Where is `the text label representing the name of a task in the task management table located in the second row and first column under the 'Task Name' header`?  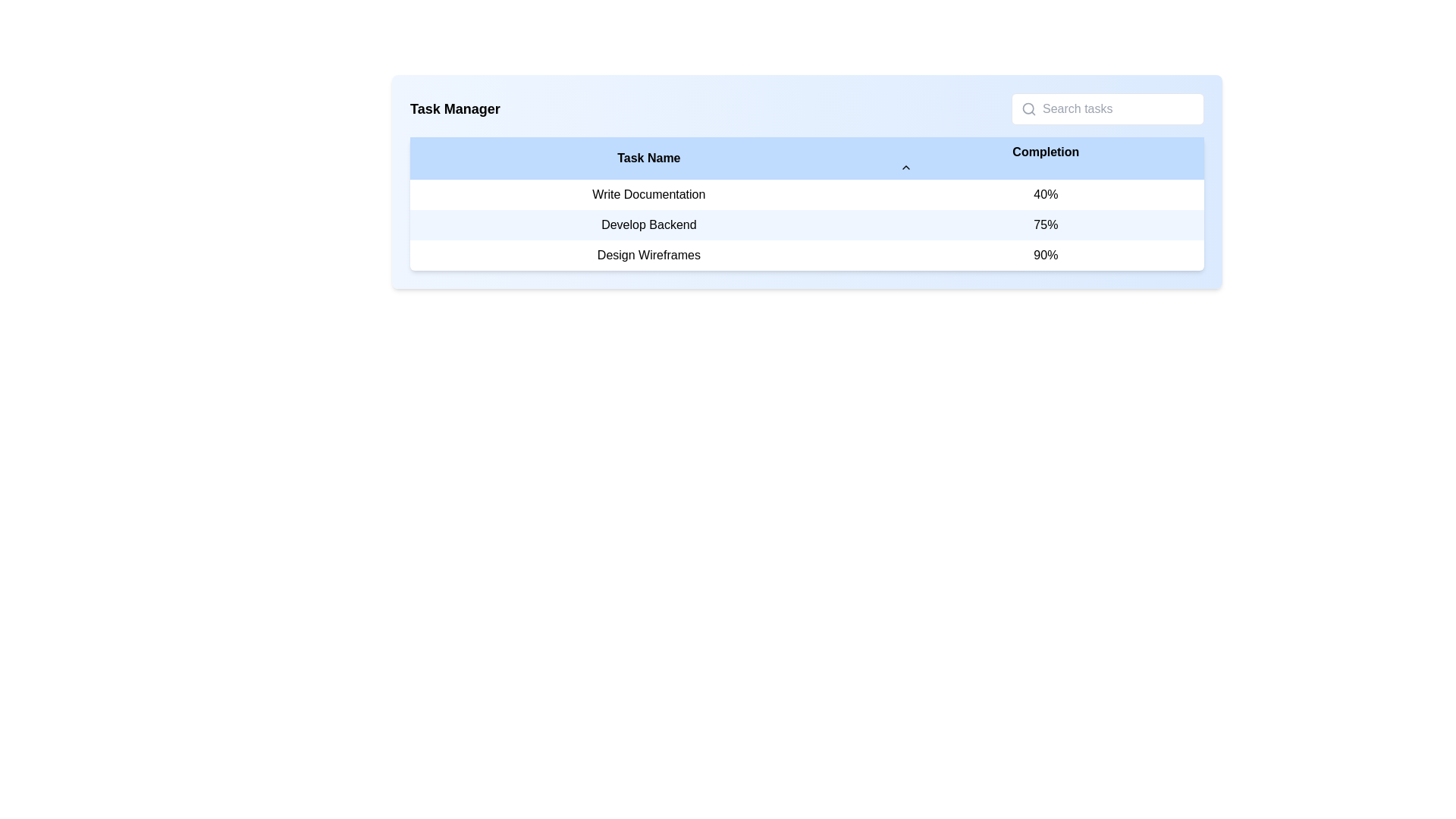
the text label representing the name of a task in the task management table located in the second row and first column under the 'Task Name' header is located at coordinates (648, 225).